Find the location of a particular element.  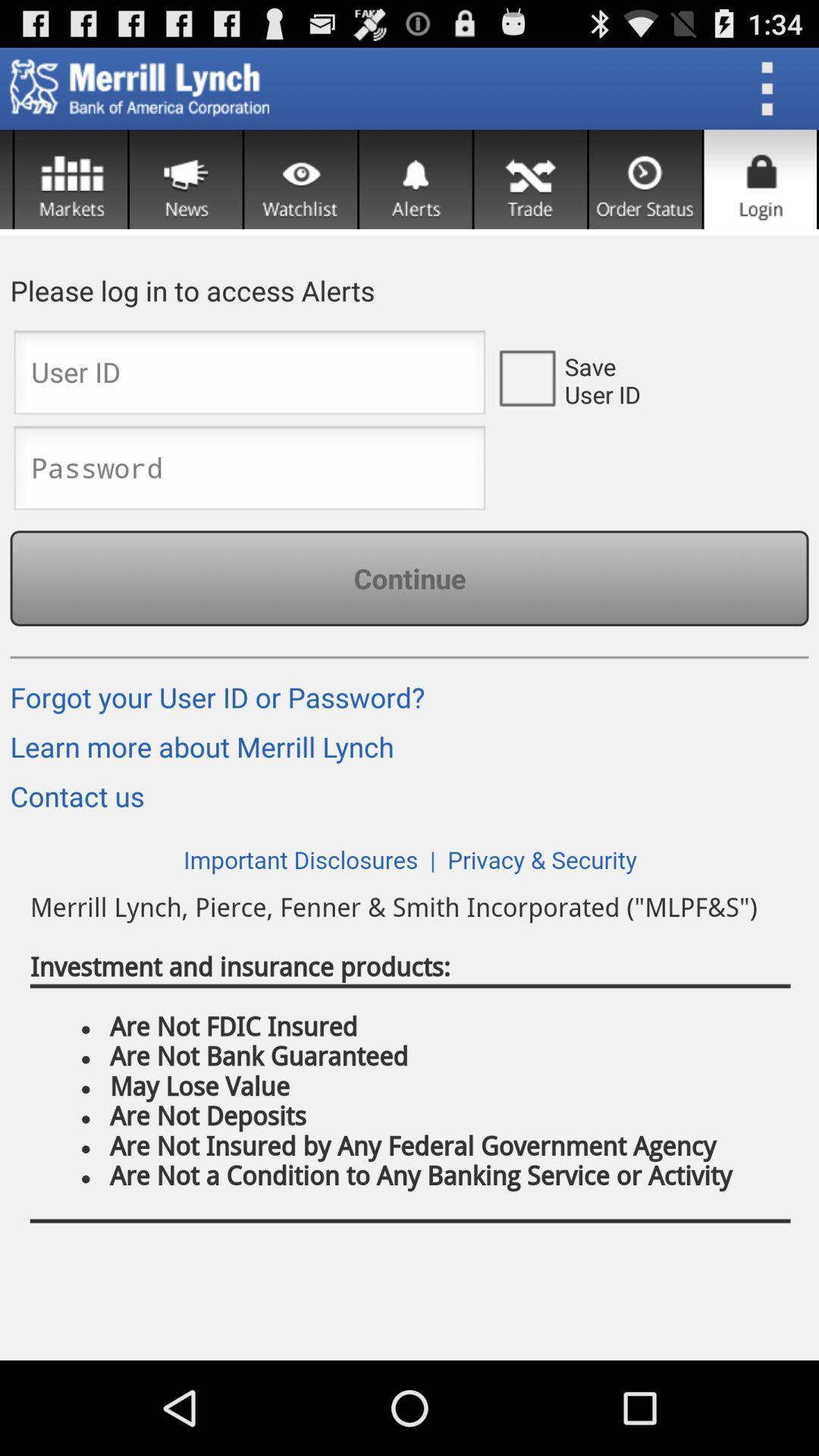

order status section is located at coordinates (645, 179).